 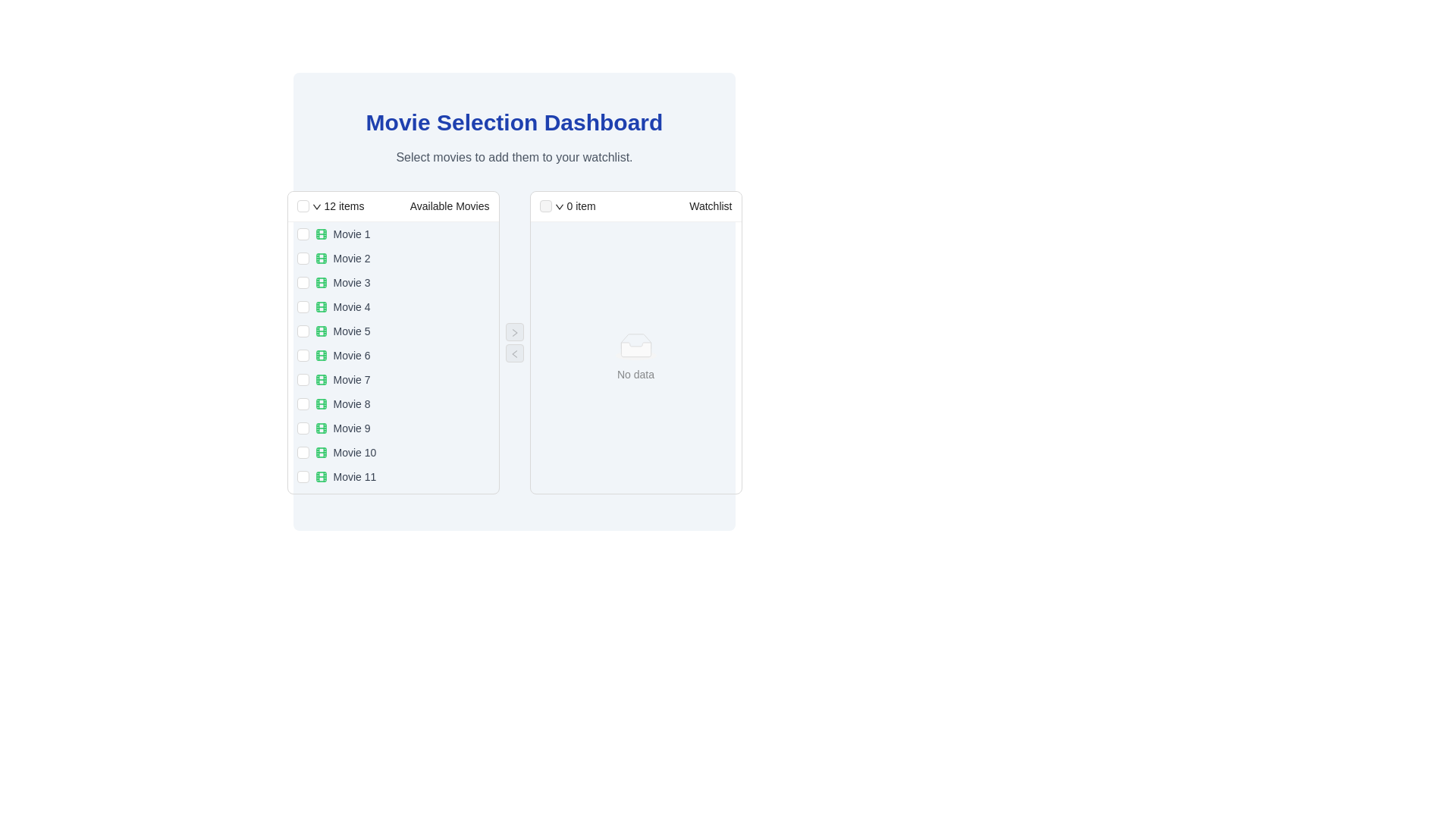 What do you see at coordinates (303, 206) in the screenshot?
I see `the checkbox located in the header section labeled '12 items Available Movies', which is a square outline checkbox positioned to the left of the dropdown icon` at bounding box center [303, 206].